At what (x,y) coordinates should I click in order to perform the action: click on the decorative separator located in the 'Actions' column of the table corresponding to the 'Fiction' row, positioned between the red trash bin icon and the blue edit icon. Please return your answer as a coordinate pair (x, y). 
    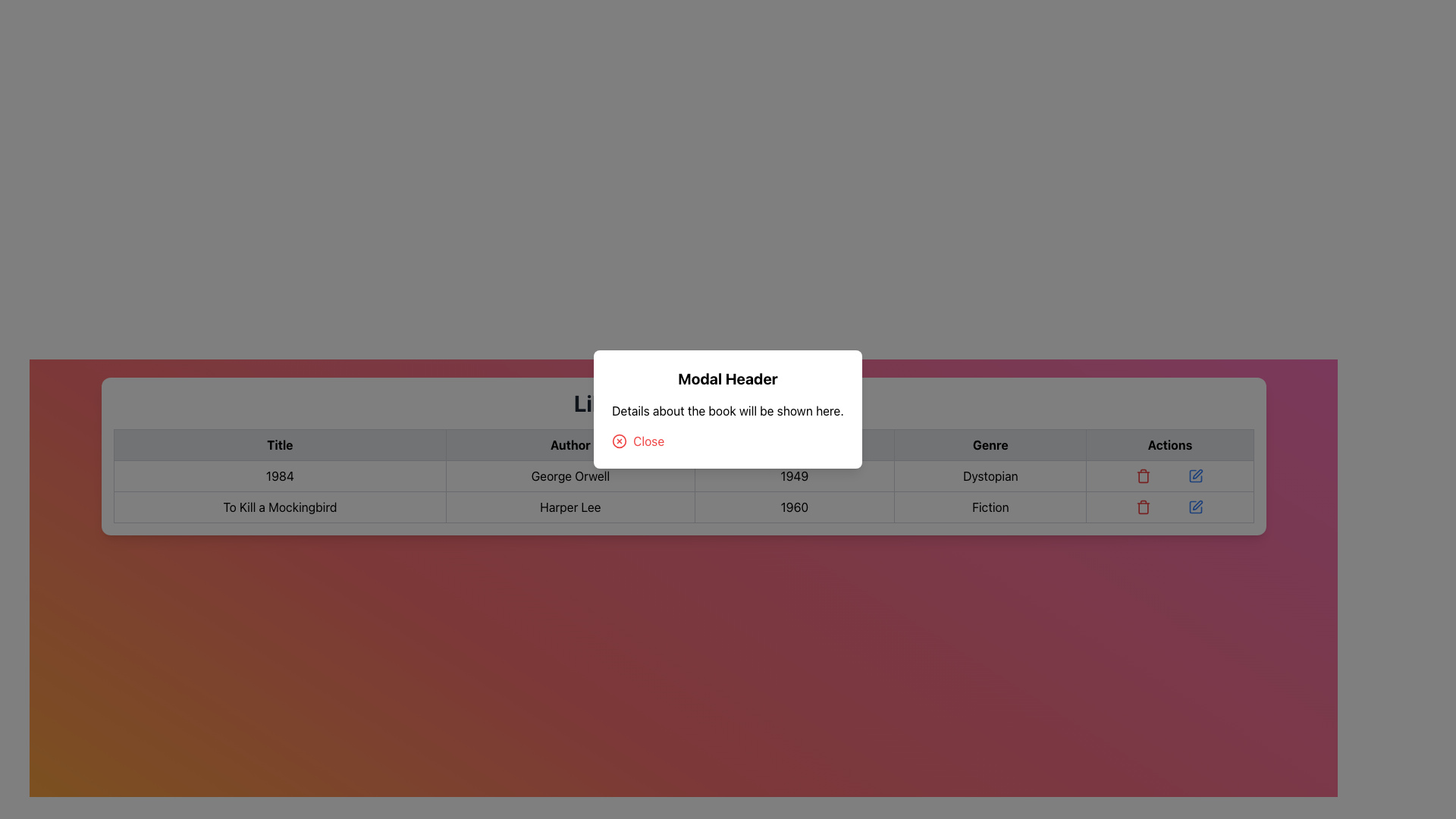
    Looking at the image, I should click on (1169, 507).